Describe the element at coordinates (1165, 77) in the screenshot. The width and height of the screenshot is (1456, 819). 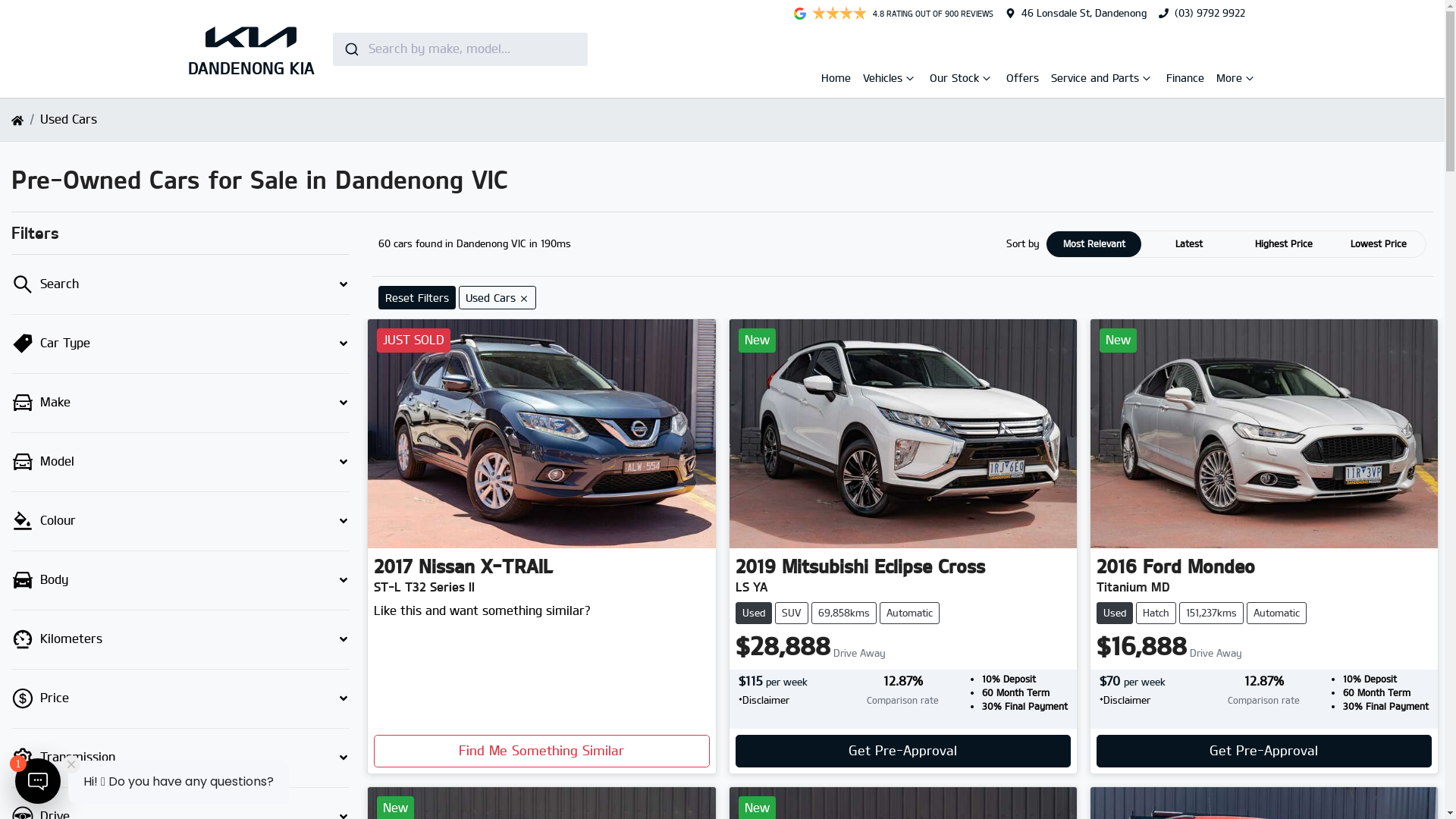
I see `'Finance'` at that location.